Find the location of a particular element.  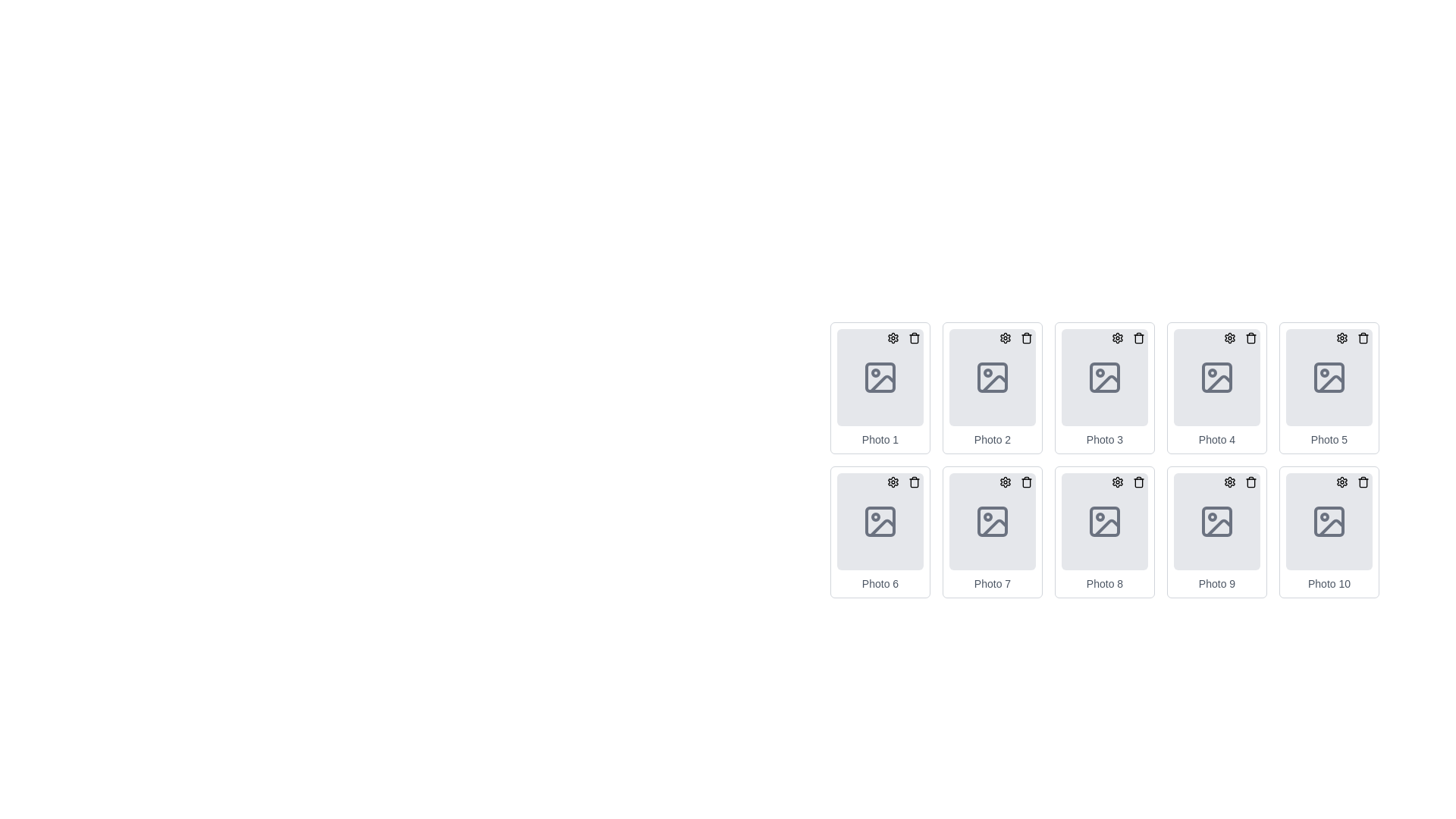

the circular trash bin button located at the top-right corner of the Photo 2 card is located at coordinates (1026, 337).